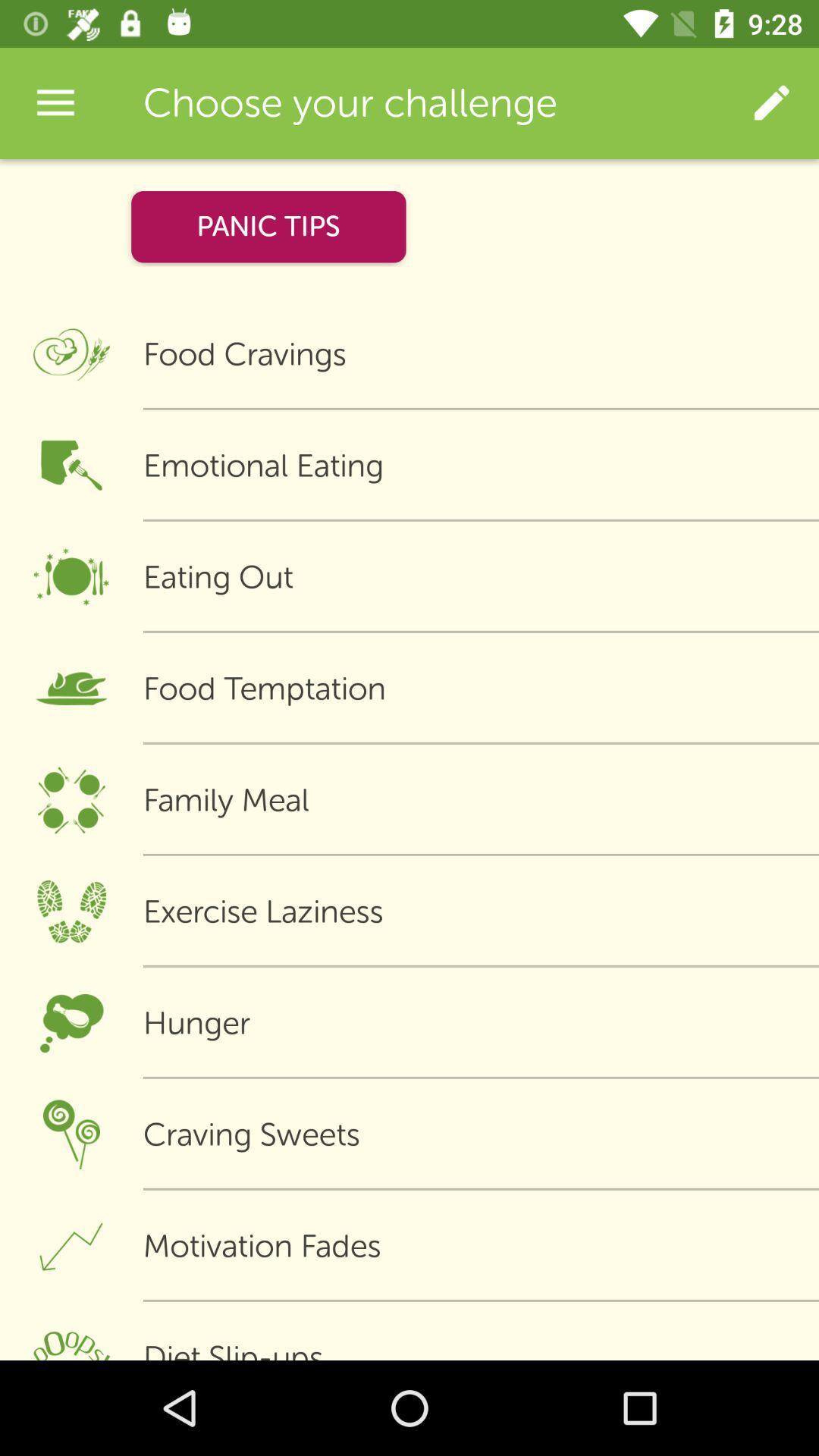 Image resolution: width=819 pixels, height=1456 pixels. Describe the element at coordinates (268, 226) in the screenshot. I see `the item below choose your challenge item` at that location.